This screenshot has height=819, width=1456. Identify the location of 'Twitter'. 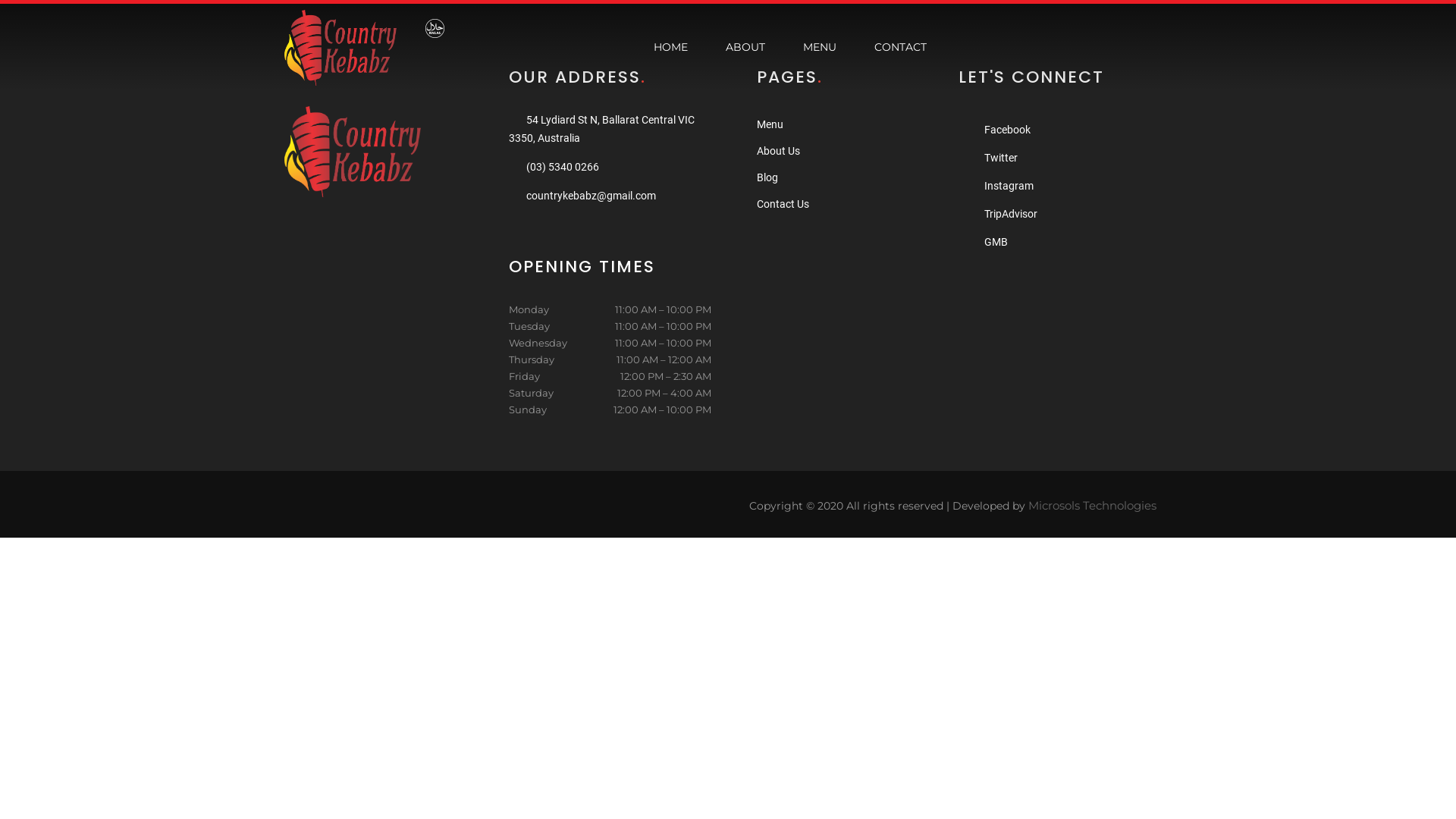
(1001, 158).